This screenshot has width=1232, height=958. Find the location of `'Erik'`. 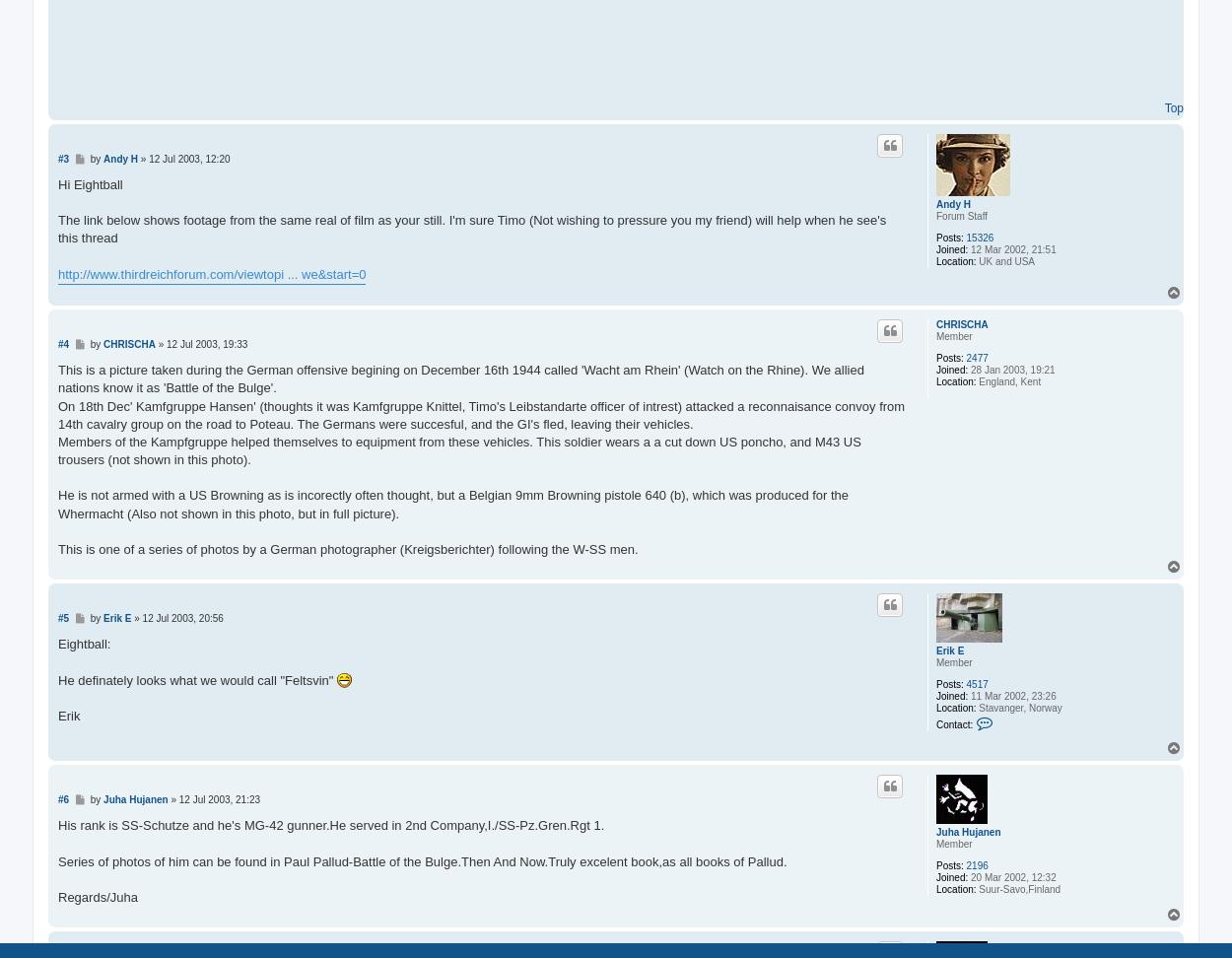

'Erik' is located at coordinates (68, 715).